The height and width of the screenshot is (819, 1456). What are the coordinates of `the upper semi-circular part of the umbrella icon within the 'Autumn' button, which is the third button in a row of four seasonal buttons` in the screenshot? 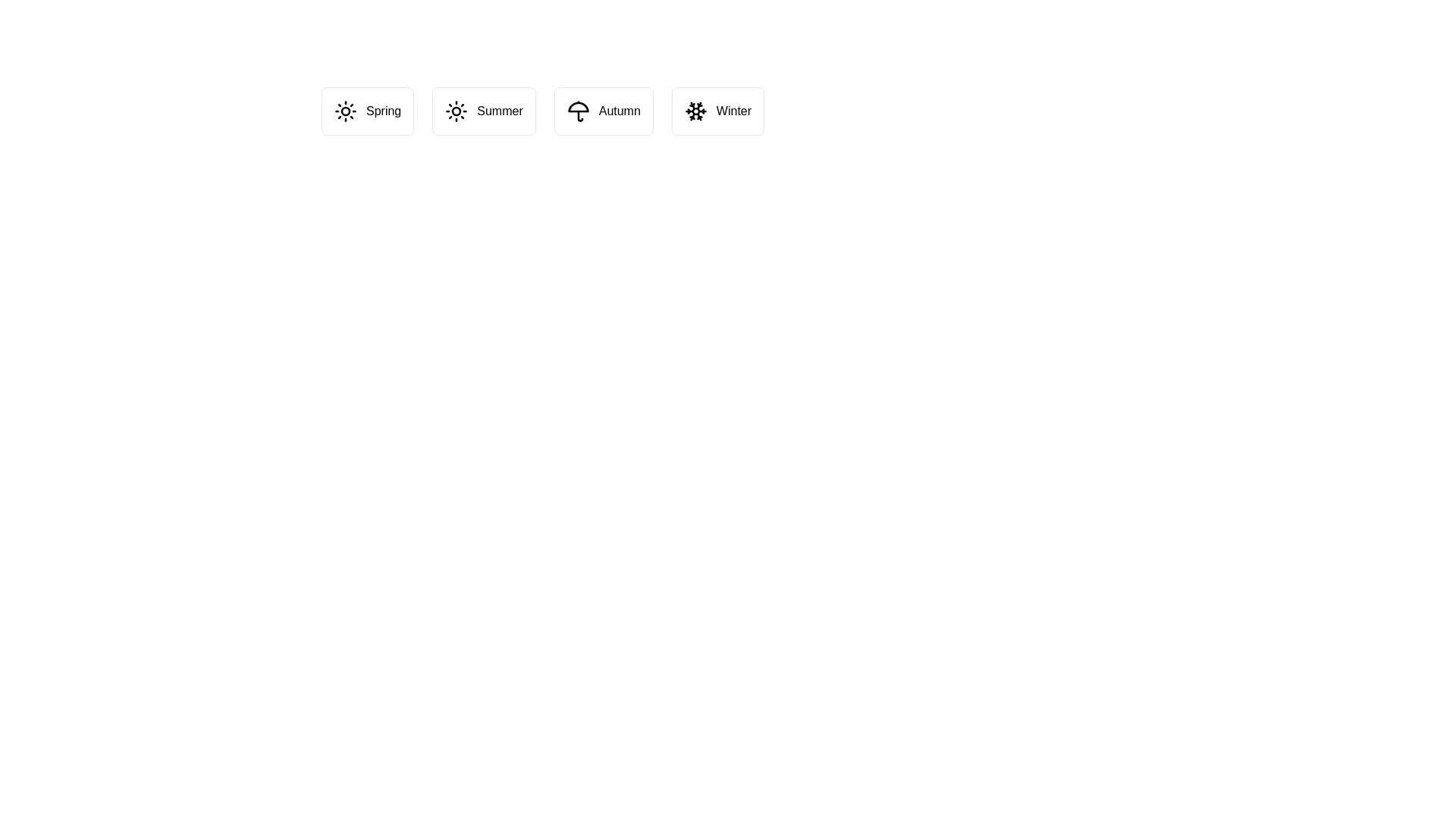 It's located at (577, 106).